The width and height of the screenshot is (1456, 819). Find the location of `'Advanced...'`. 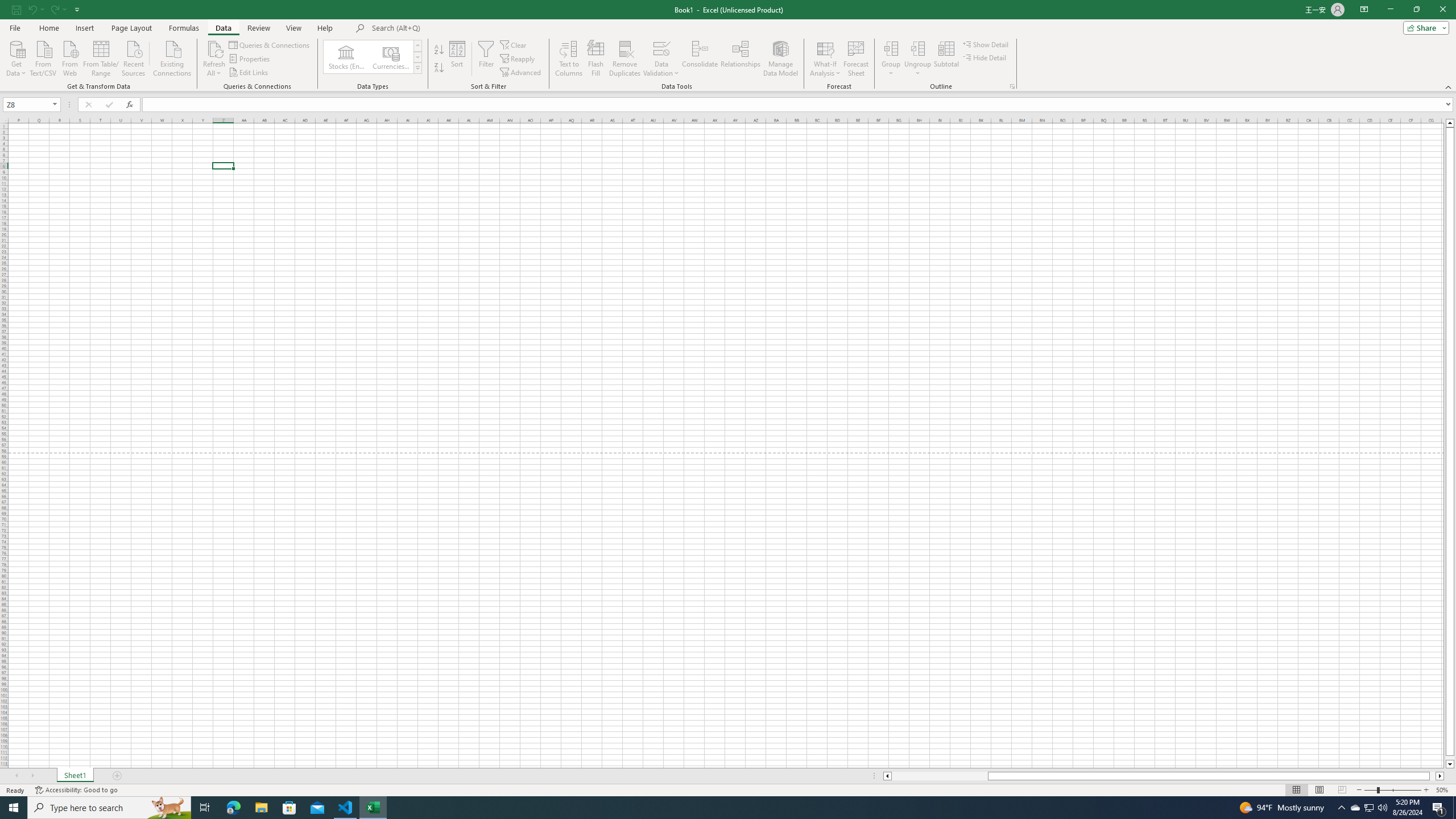

'Advanced...' is located at coordinates (521, 72).